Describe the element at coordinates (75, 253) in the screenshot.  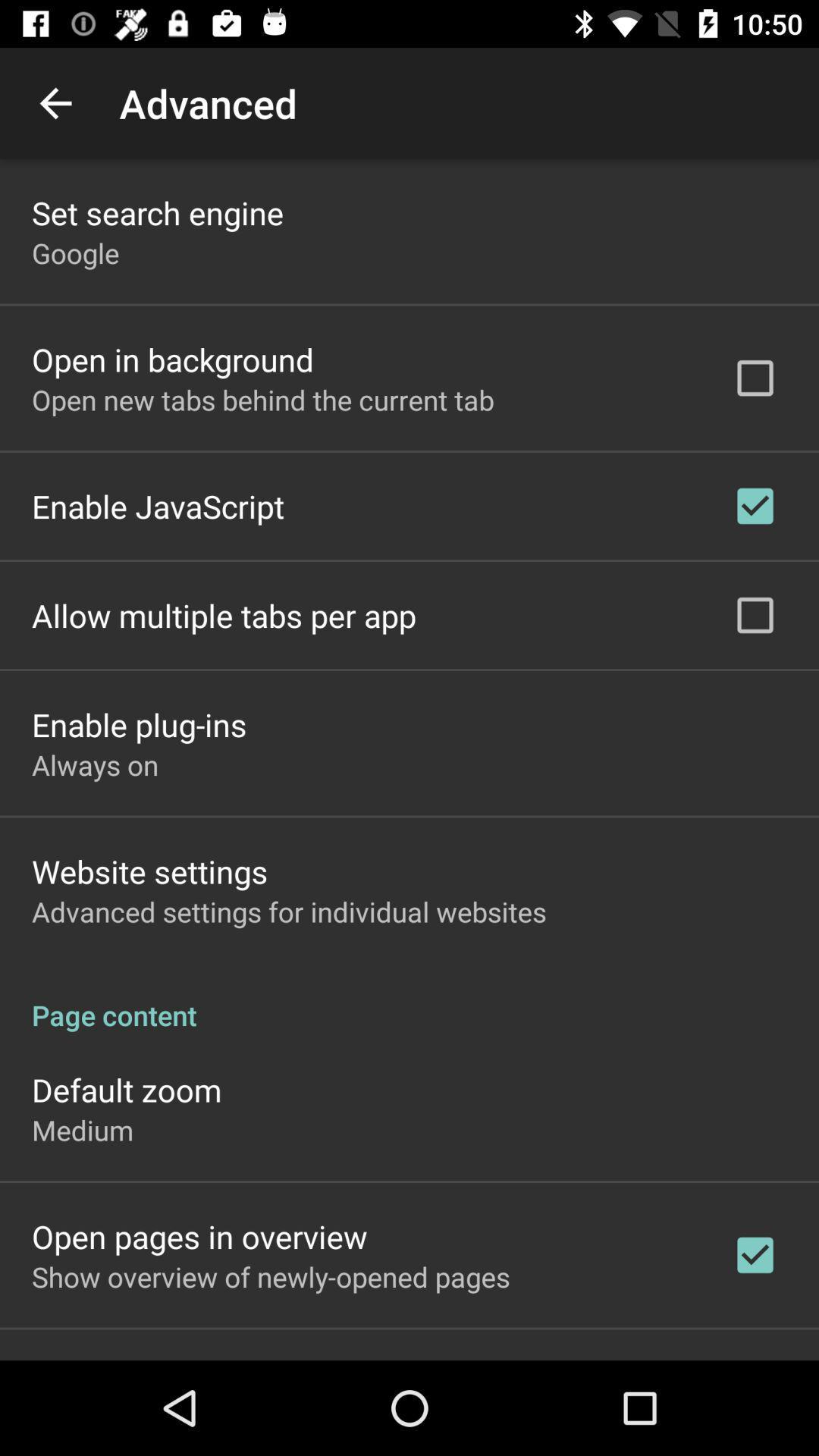
I see `the google app` at that location.